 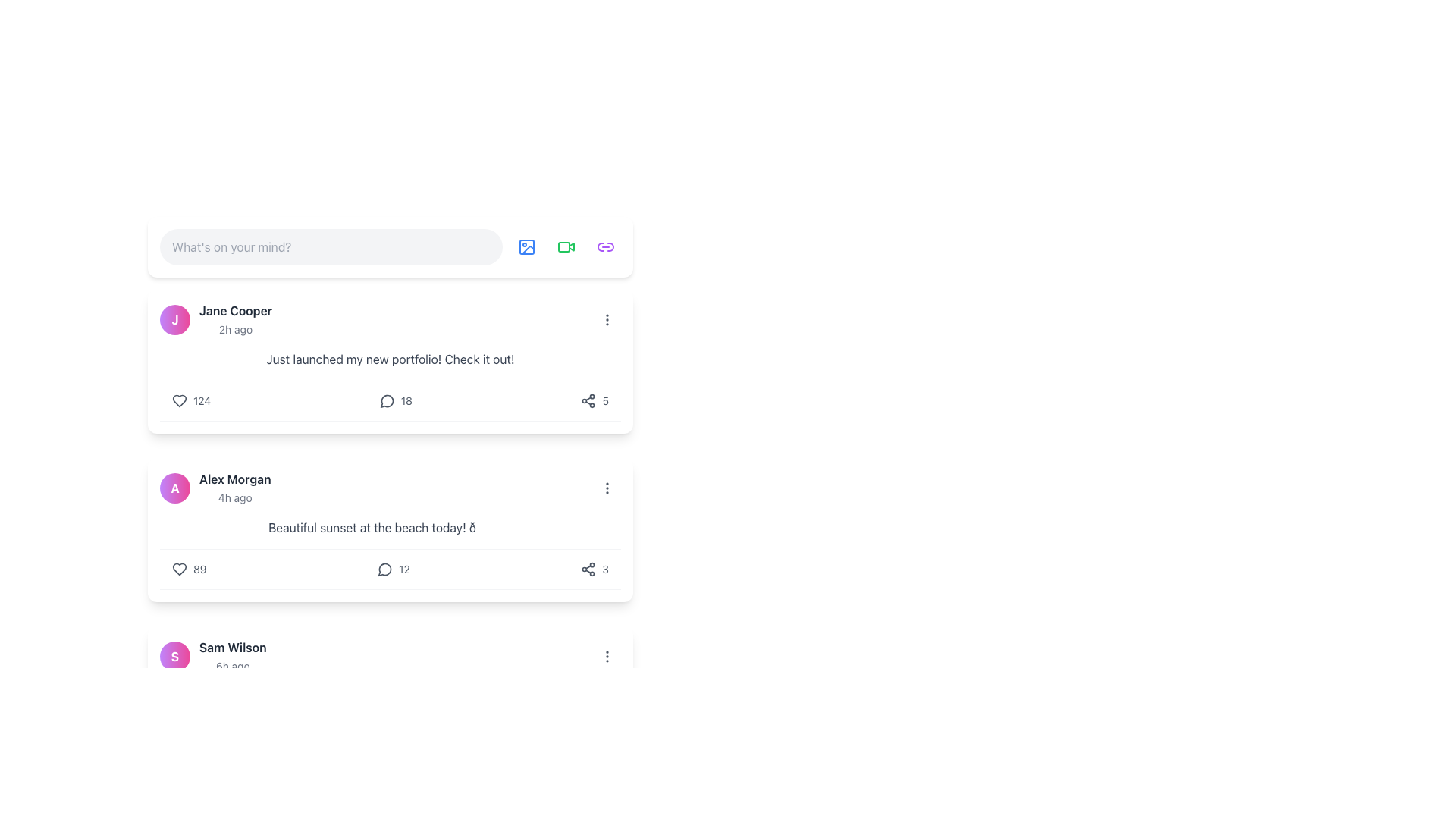 I want to click on the text label displaying the username 'Sam Wilson' and the time '6h ago', so click(x=232, y=656).